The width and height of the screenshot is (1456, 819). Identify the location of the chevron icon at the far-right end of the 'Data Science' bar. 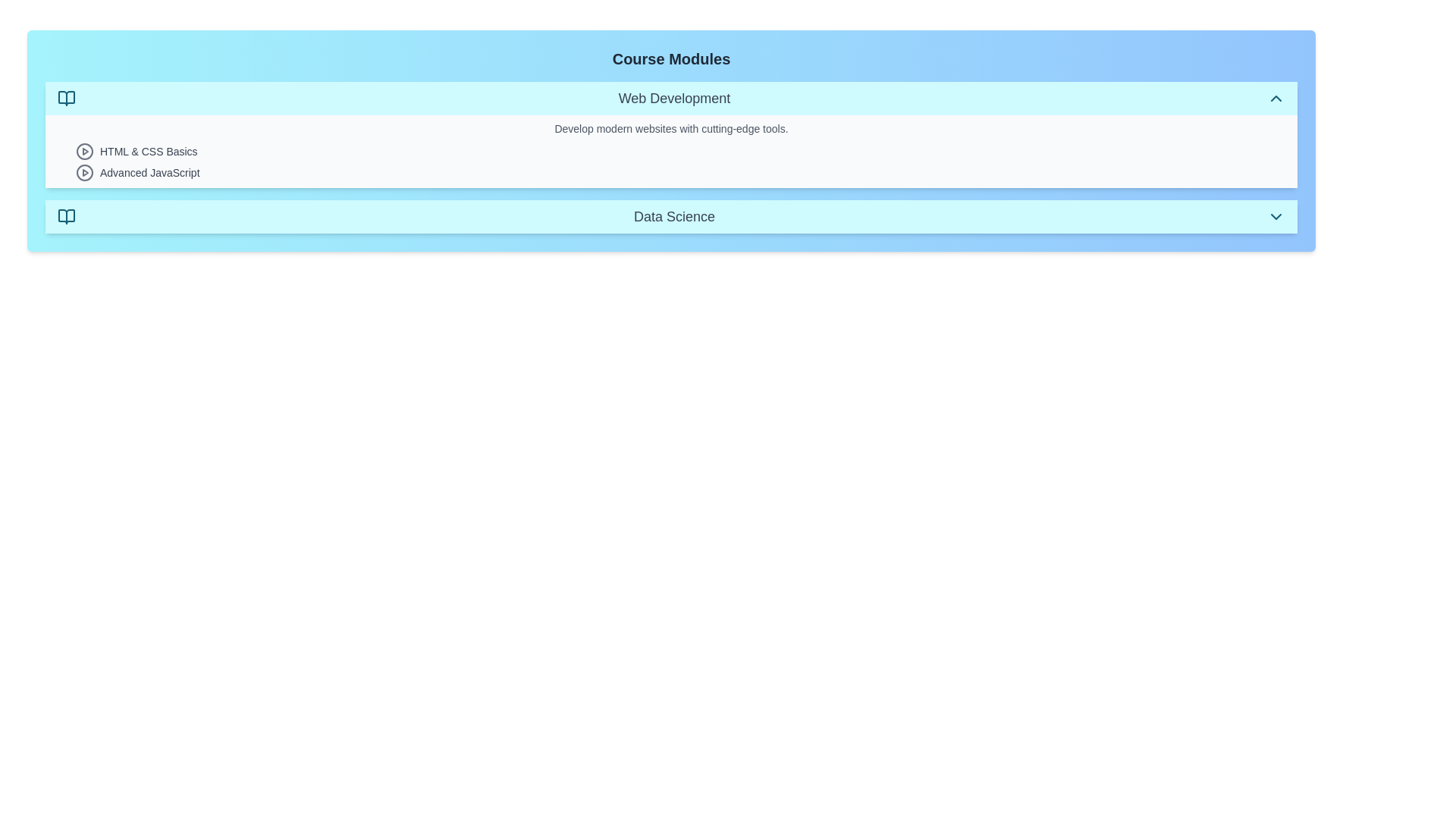
(1276, 216).